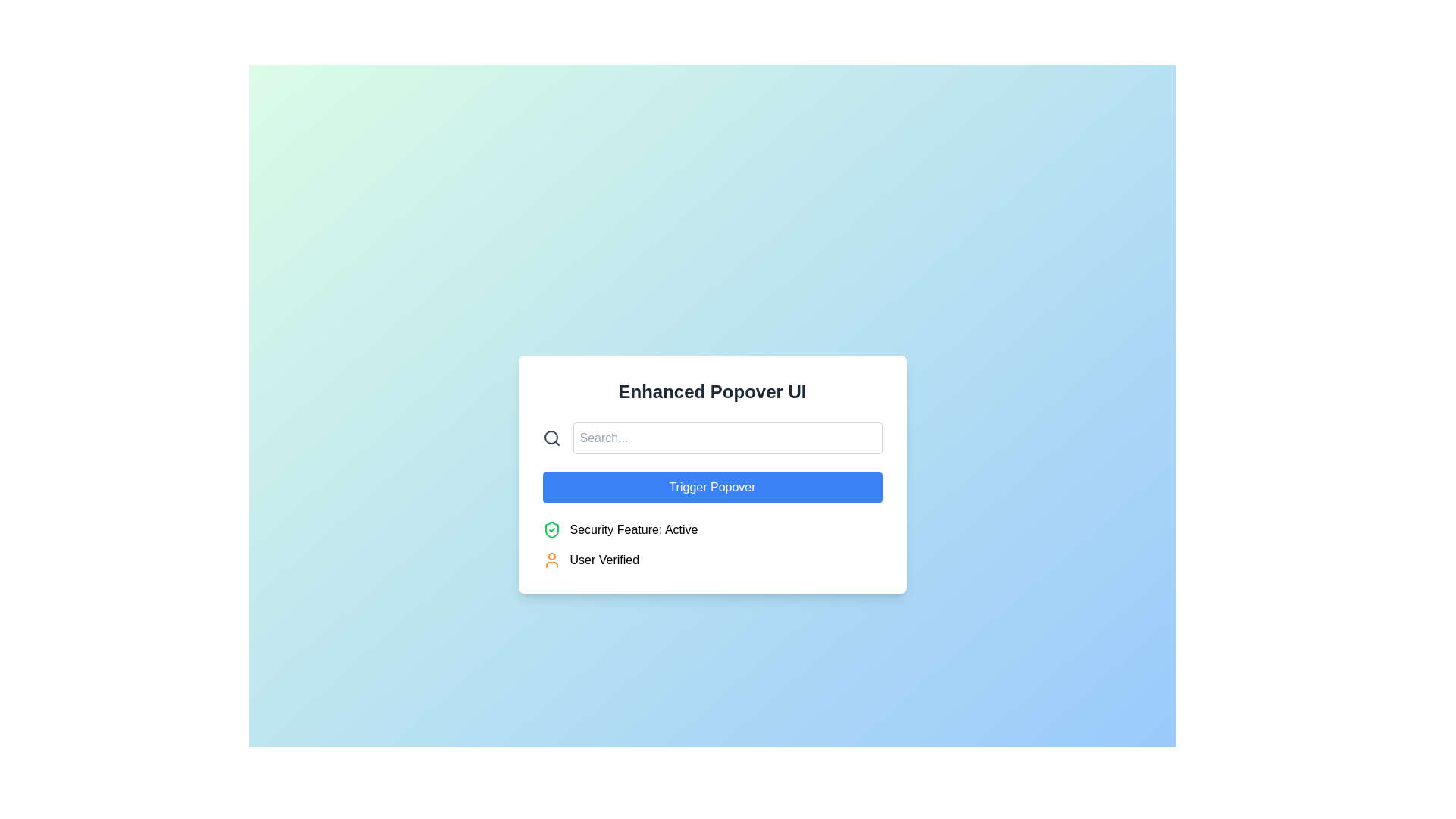  Describe the element at coordinates (551, 529) in the screenshot. I see `the status indicator icon located on the left side of the 'Security Feature: Active' text, which confirms the activation of a specific feature` at that location.